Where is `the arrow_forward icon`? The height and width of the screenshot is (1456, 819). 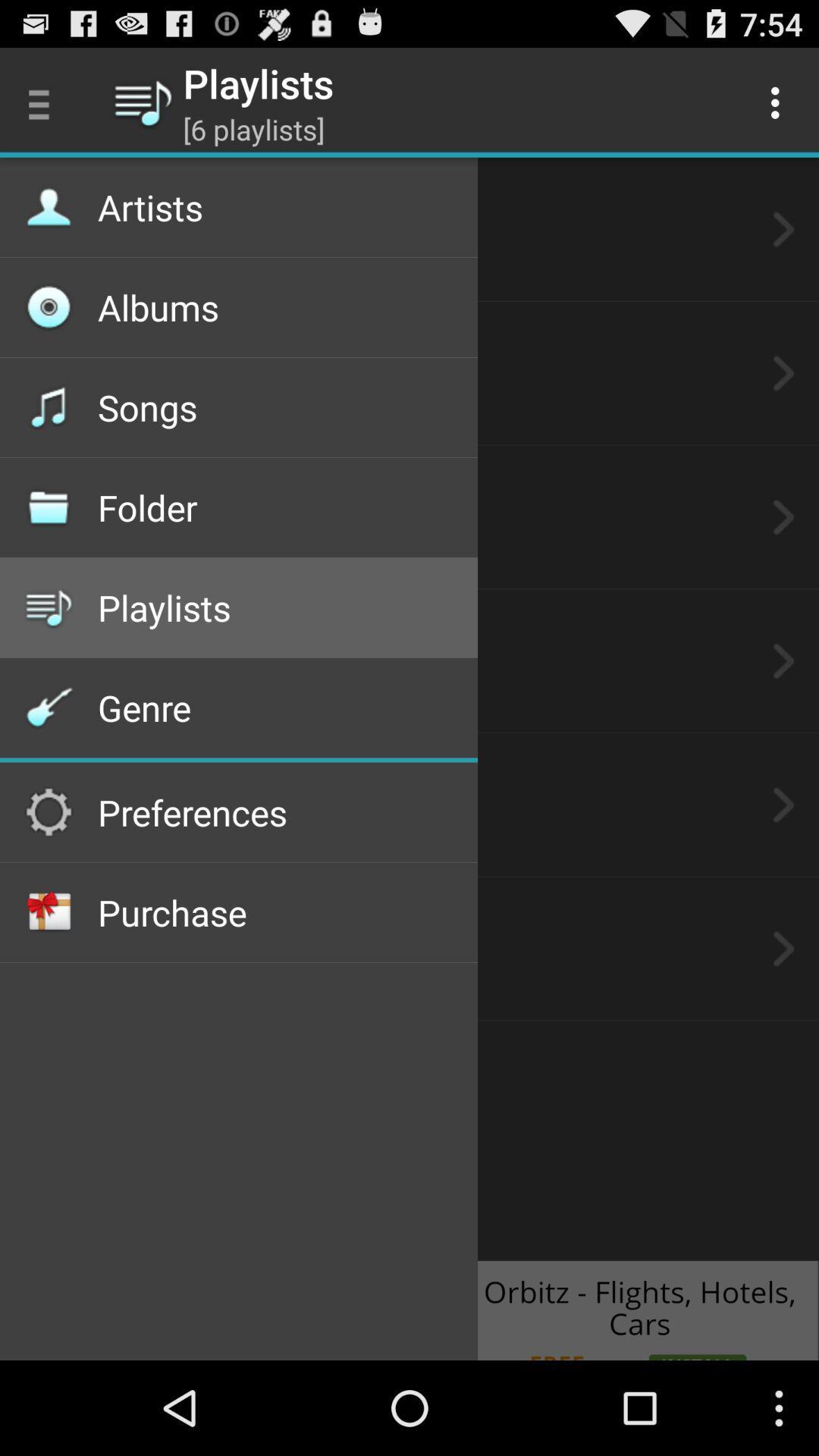
the arrow_forward icon is located at coordinates (753, 861).